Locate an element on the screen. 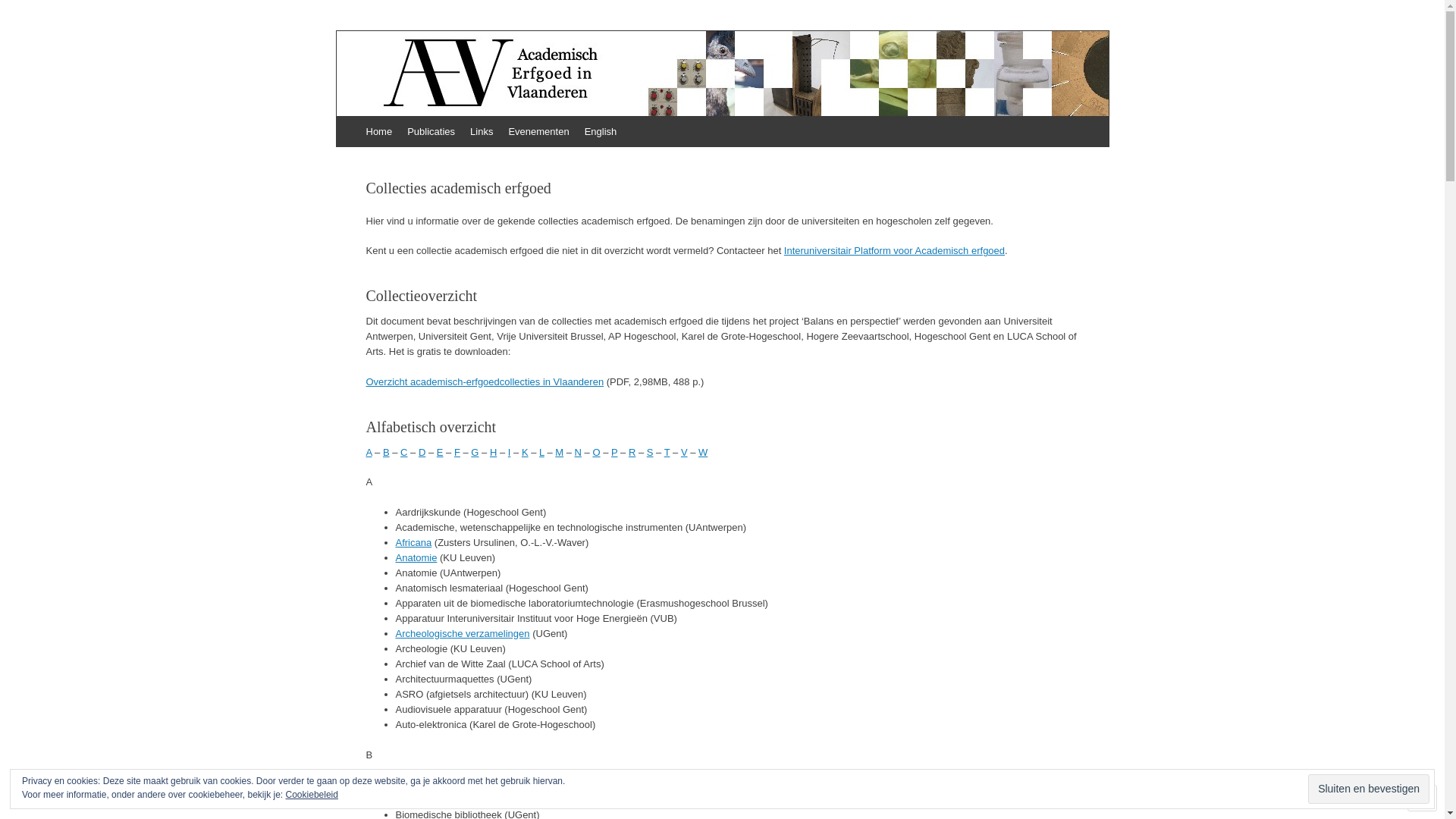 Image resolution: width=1456 pixels, height=819 pixels. 'Cookiebeleid' is located at coordinates (286, 794).